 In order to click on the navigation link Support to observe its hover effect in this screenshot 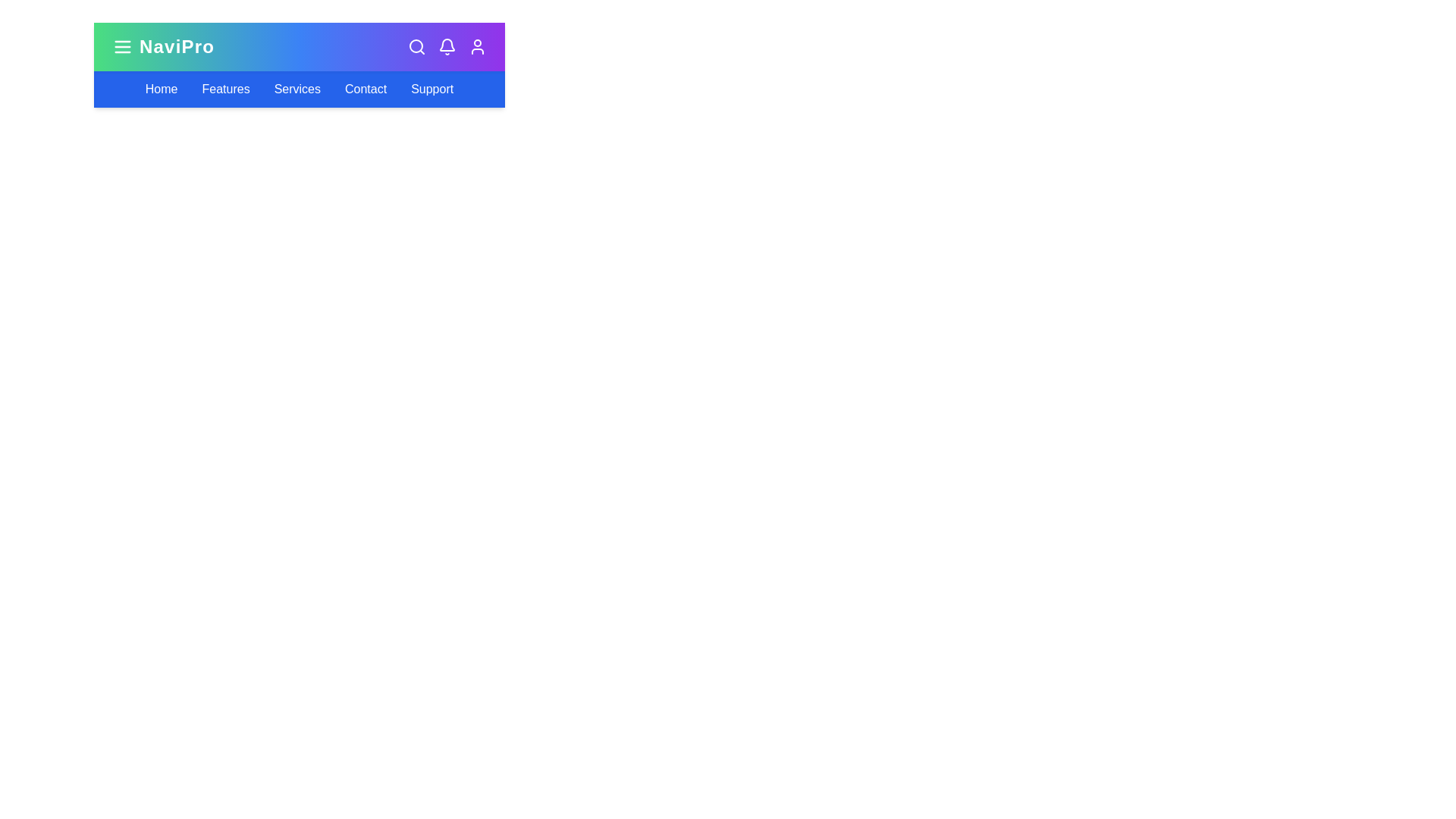, I will do `click(431, 89)`.